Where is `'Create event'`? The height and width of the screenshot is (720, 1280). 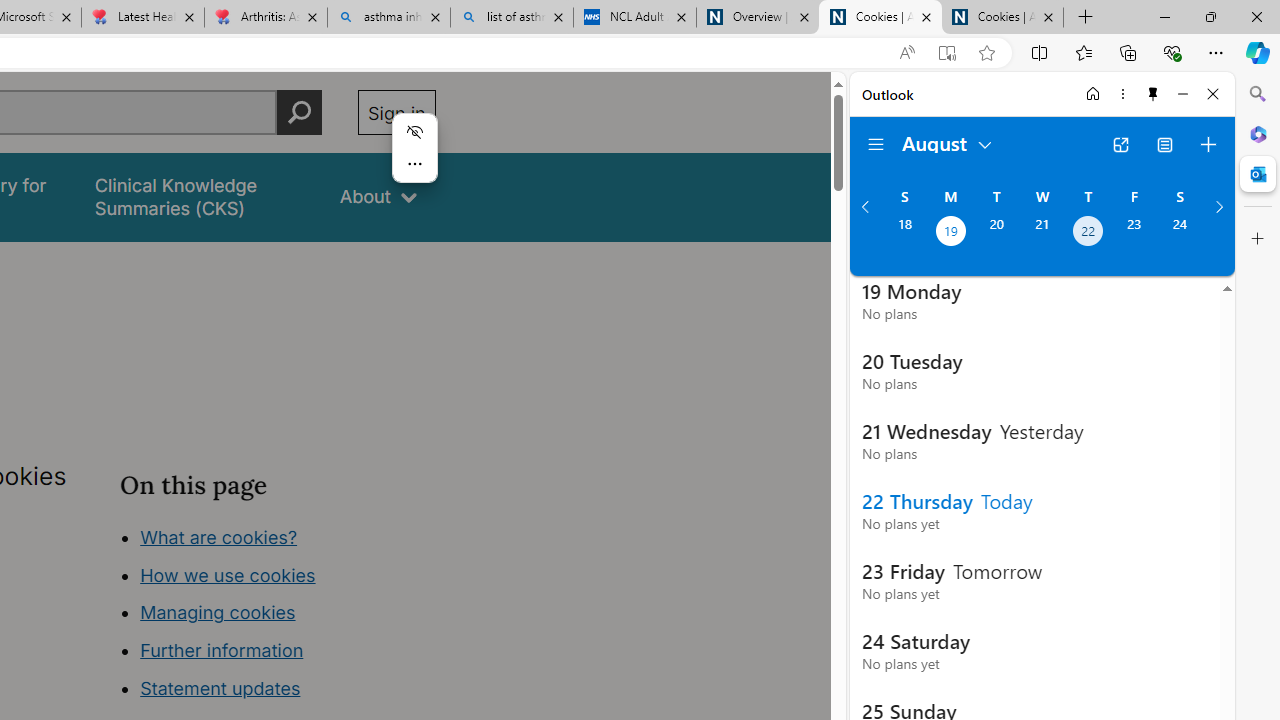 'Create event' is located at coordinates (1207, 144).